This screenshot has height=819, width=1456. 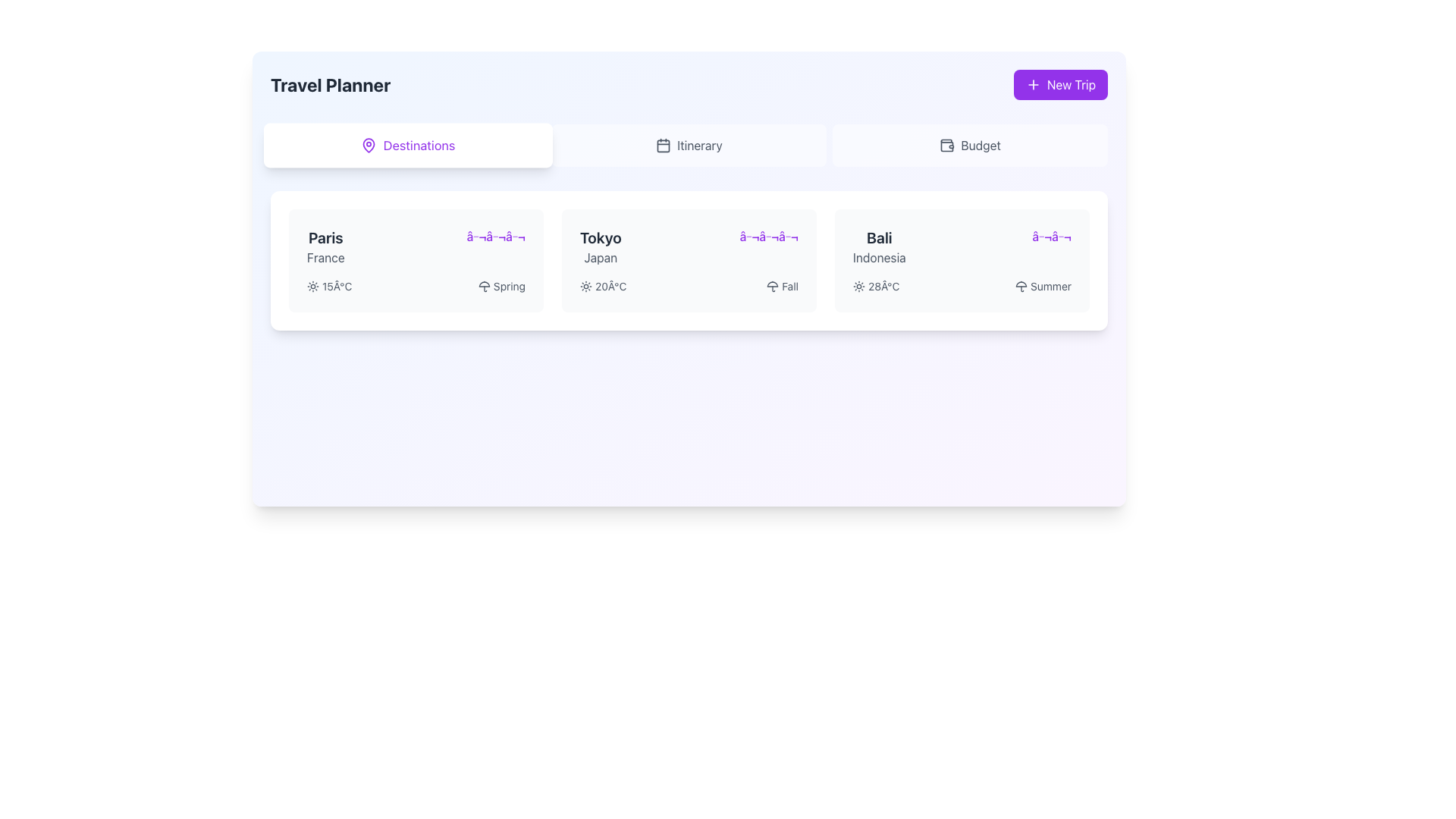 What do you see at coordinates (328, 287) in the screenshot?
I see `temperature information displayed in the text element with the sun icon for 'Paris, France', located at the top-left corner of the weather card` at bounding box center [328, 287].